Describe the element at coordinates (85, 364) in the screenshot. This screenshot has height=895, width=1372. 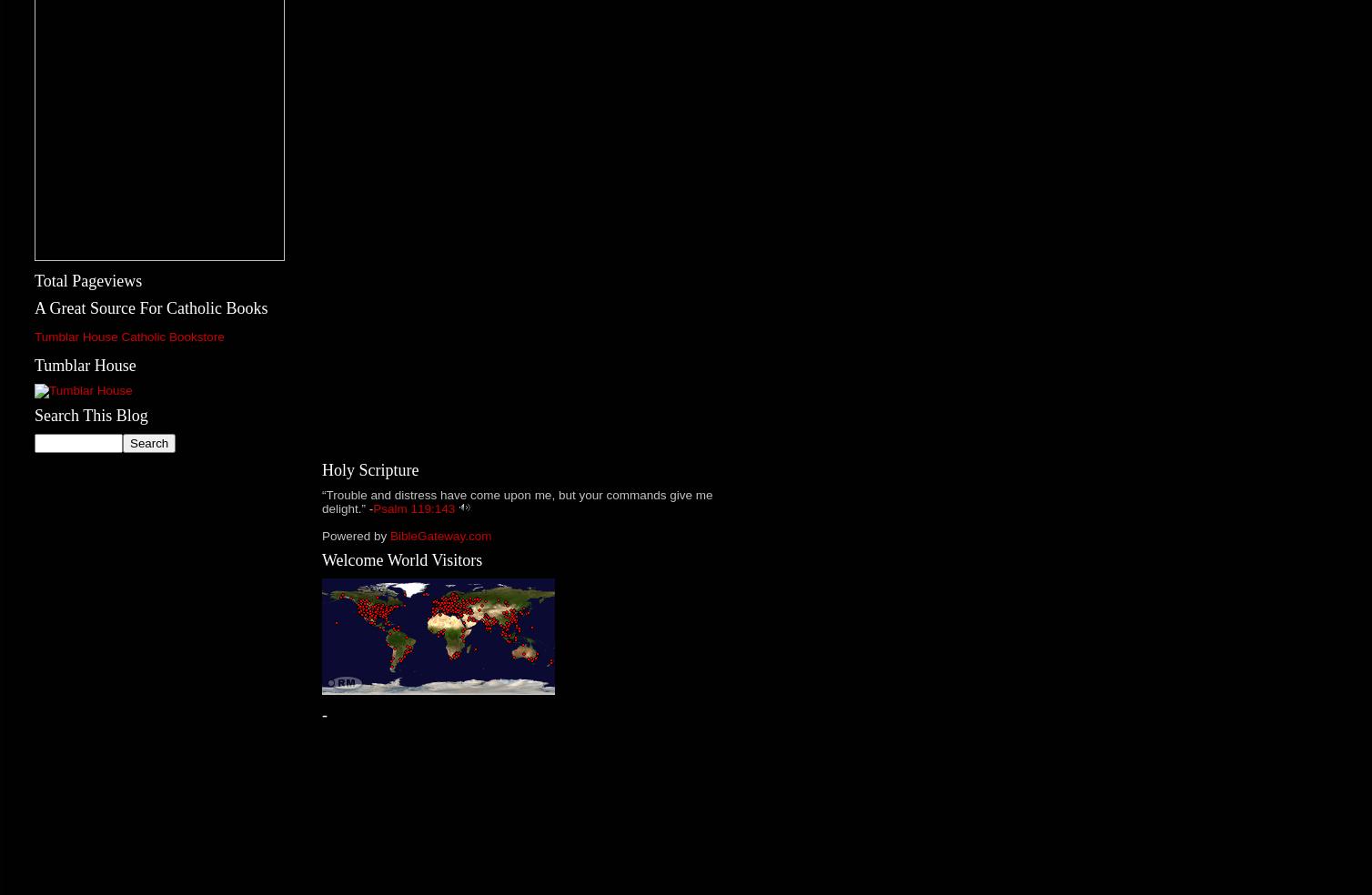
I see `'Tumblar House'` at that location.